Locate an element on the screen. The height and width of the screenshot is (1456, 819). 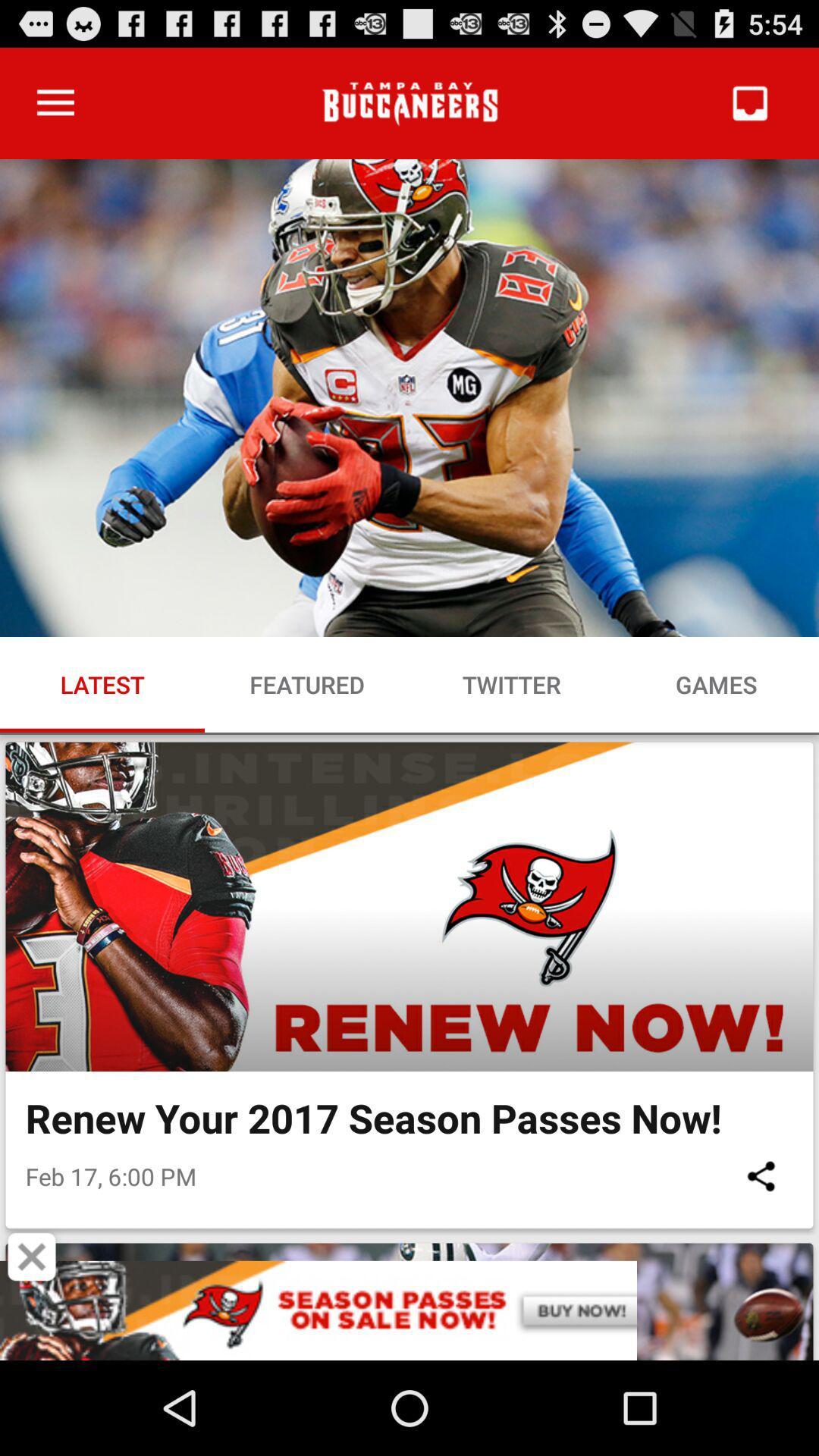
the third image is located at coordinates (409, 1301).